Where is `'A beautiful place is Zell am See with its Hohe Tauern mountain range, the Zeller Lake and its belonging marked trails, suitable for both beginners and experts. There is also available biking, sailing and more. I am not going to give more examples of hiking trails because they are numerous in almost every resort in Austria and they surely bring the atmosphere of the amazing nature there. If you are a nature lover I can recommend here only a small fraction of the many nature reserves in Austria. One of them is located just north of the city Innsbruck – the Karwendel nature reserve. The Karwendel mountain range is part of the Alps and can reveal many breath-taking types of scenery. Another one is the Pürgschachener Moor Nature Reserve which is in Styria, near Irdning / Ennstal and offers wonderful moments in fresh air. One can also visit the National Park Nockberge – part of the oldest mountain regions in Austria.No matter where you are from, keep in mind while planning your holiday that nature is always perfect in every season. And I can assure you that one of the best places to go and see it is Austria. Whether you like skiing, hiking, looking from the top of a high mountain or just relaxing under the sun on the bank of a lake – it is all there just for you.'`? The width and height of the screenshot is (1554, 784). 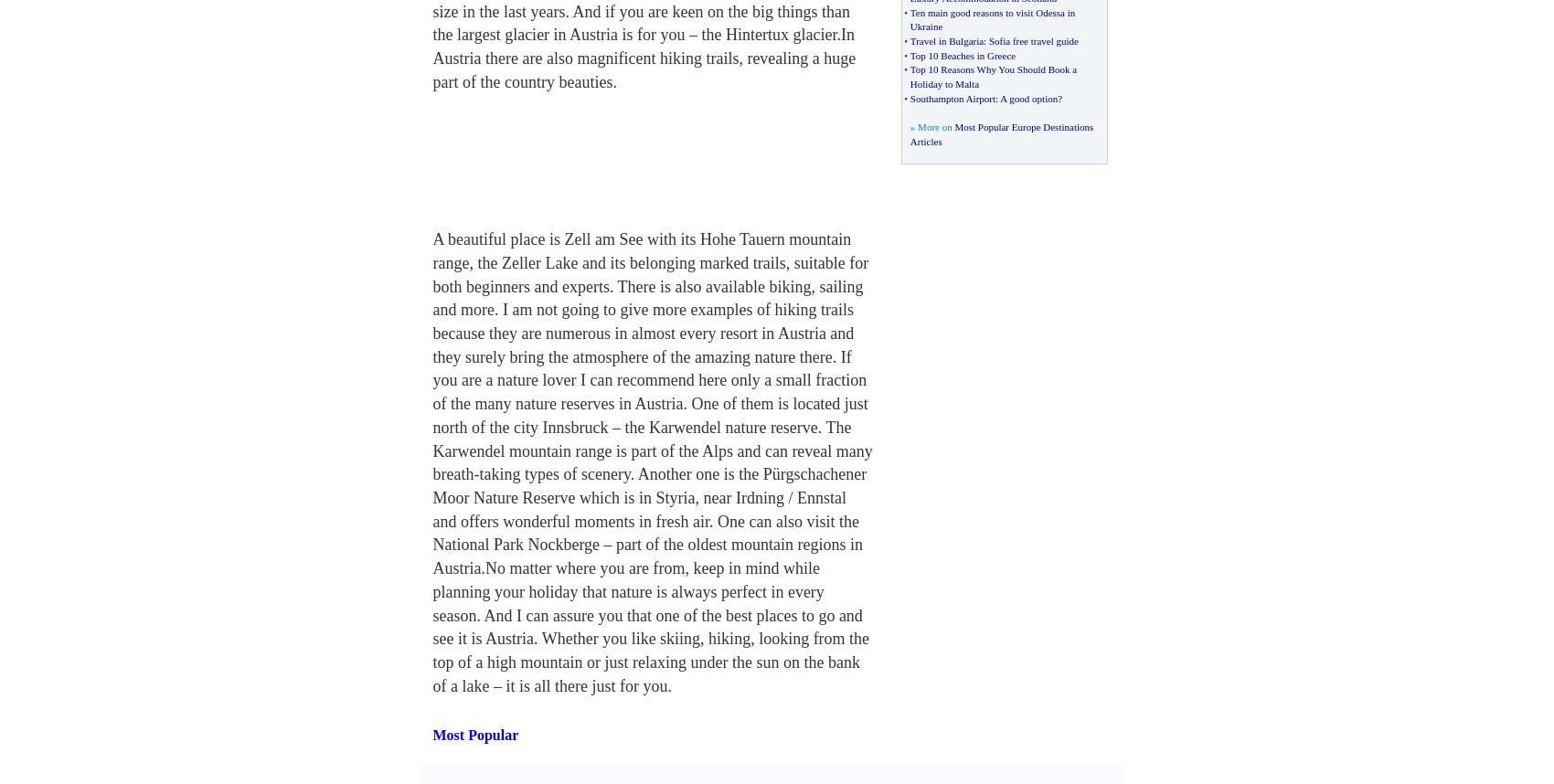
'A beautiful place is Zell am See with its Hohe Tauern mountain range, the Zeller Lake and its belonging marked trails, suitable for both beginners and experts. There is also available biking, sailing and more. I am not going to give more examples of hiking trails because they are numerous in almost every resort in Austria and they surely bring the atmosphere of the amazing nature there. If you are a nature lover I can recommend here only a small fraction of the many nature reserves in Austria. One of them is located just north of the city Innsbruck – the Karwendel nature reserve. The Karwendel mountain range is part of the Alps and can reveal many breath-taking types of scenery. Another one is the Pürgschachener Moor Nature Reserve which is in Styria, near Irdning / Ennstal and offers wonderful moments in fresh air. One can also visit the National Park Nockberge – part of the oldest mountain regions in Austria.No matter where you are from, keep in mind while planning your holiday that nature is always perfect in every season. And I can assure you that one of the best places to go and see it is Austria. Whether you like skiing, hiking, looking from the top of a high mountain or just relaxing under the sun on the bank of a lake – it is all there just for you.' is located at coordinates (652, 461).